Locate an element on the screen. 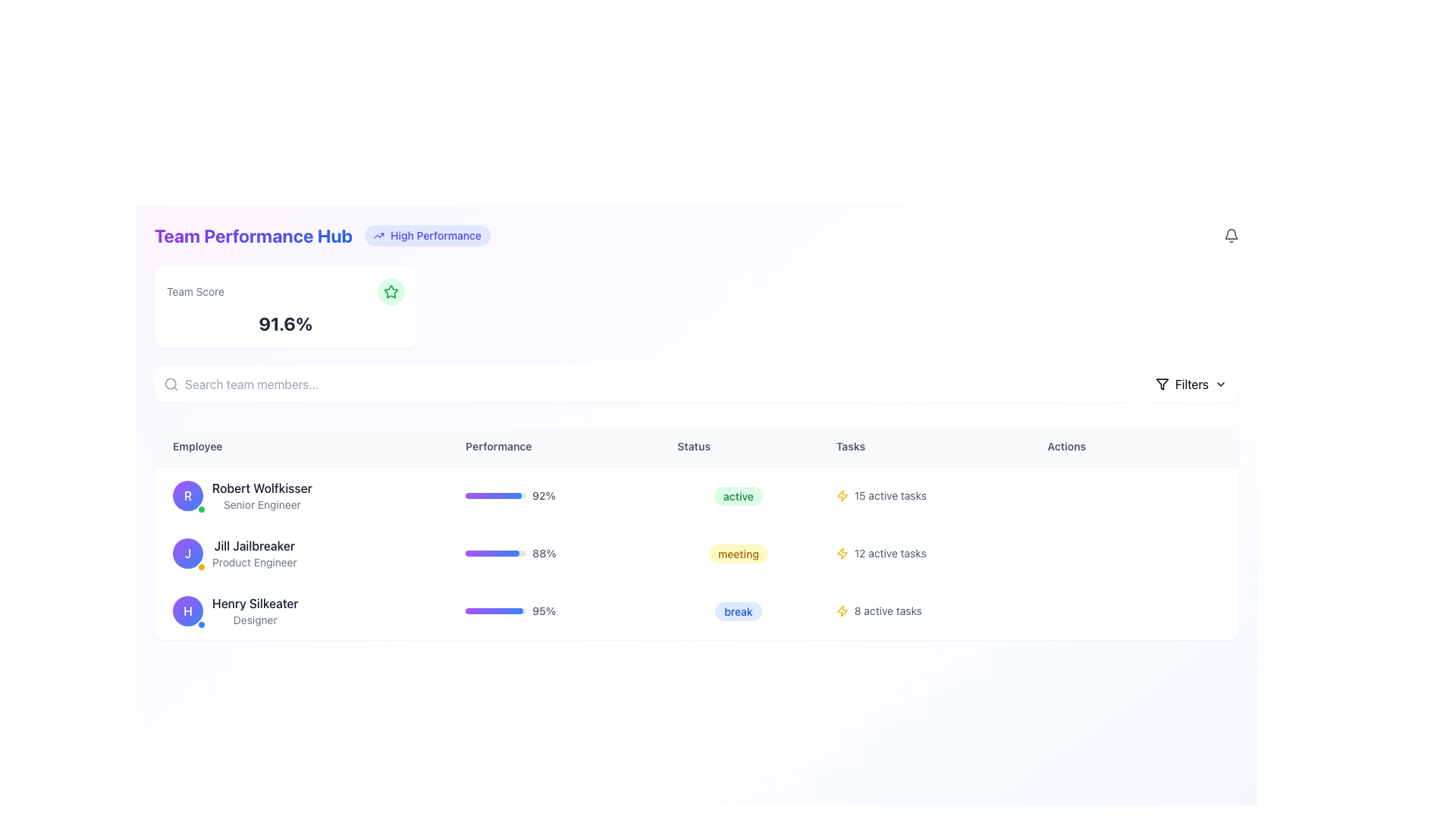  the 'Filters' text label located near the top-right corner of the application interface, adjacent to the dropdown arrow icon and filter icon is located at coordinates (1191, 383).